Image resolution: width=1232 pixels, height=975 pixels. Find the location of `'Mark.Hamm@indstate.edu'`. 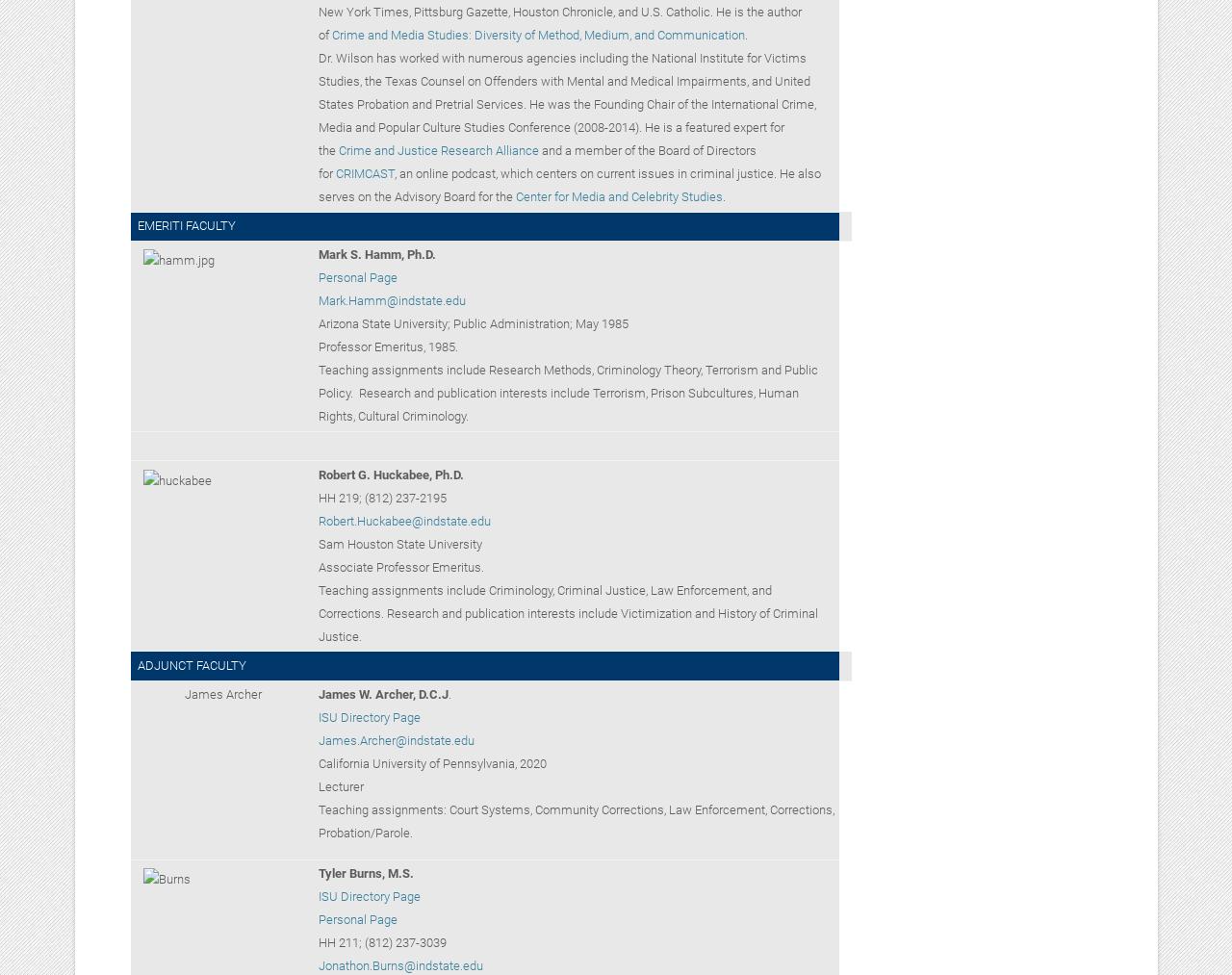

'Mark.Hamm@indstate.edu' is located at coordinates (390, 300).